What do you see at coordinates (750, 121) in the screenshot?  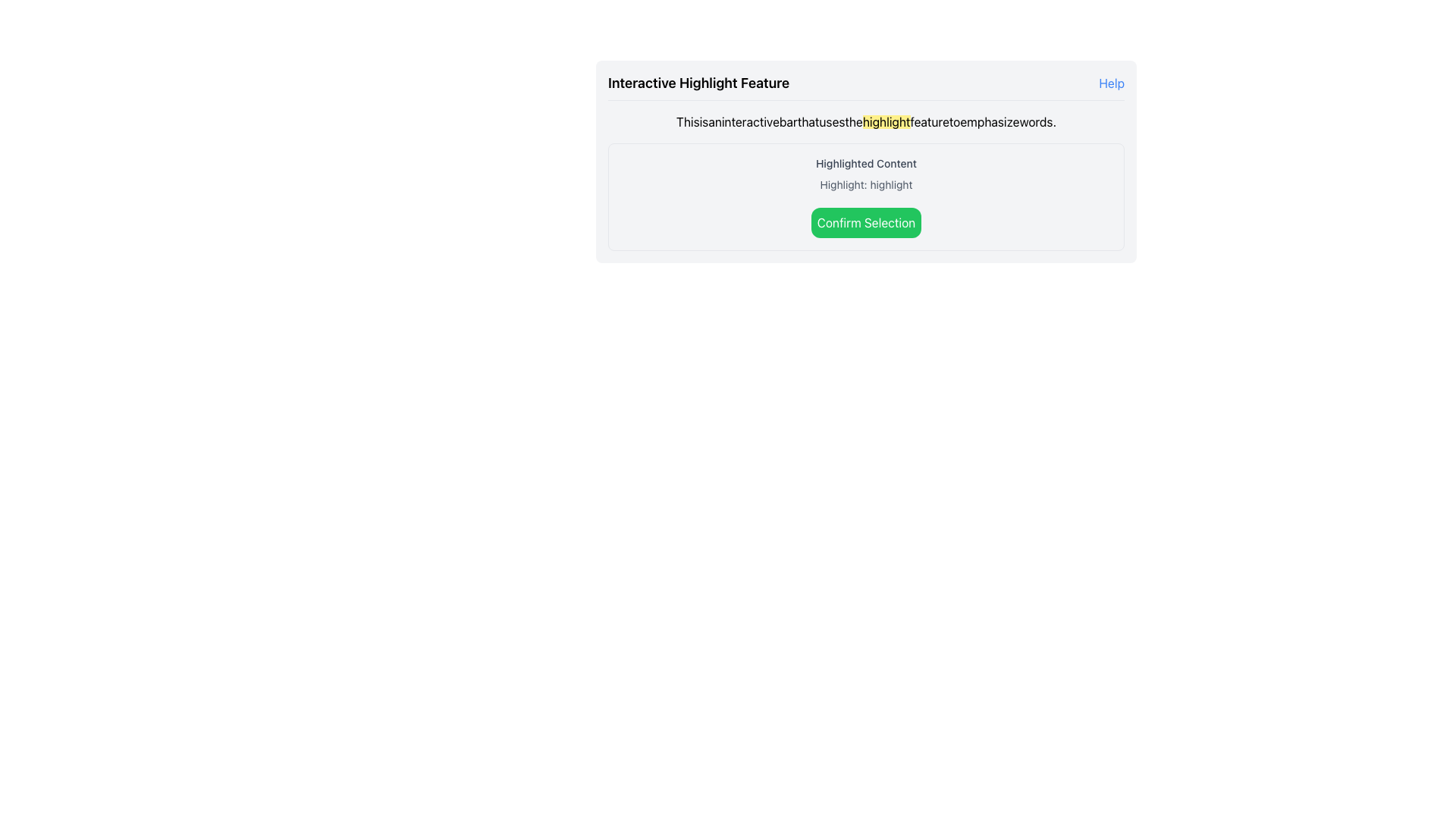 I see `the Text element containing the word 'interactive' in the sentence 'This is an interactive bar that uses the highlight feature to emphasize words.'` at bounding box center [750, 121].